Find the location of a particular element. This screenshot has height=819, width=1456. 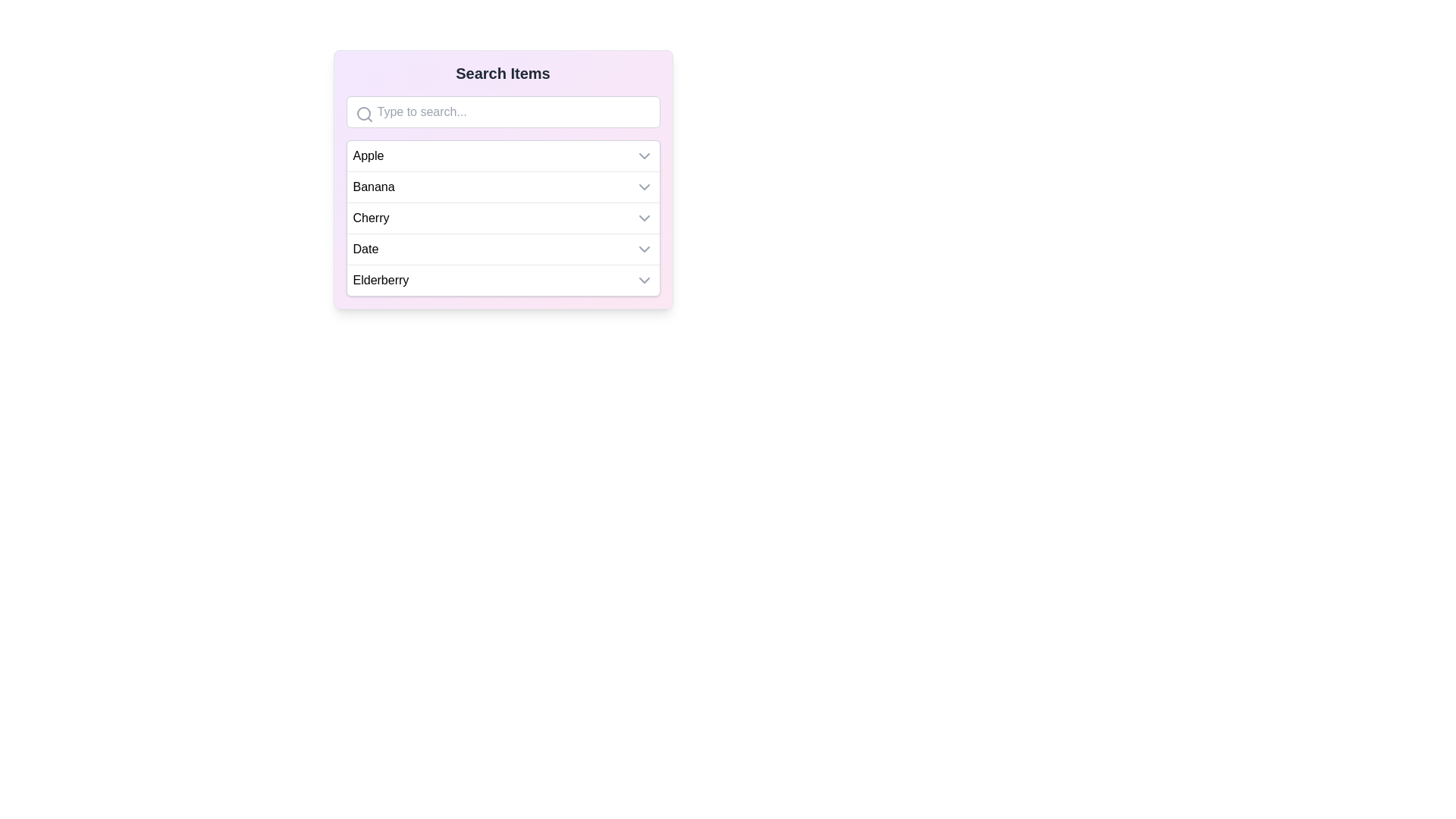

the text label that displays 'Search Items', which is styled prominently with a large, bold gray font, positioned at the top of the section above the search bar is located at coordinates (503, 73).